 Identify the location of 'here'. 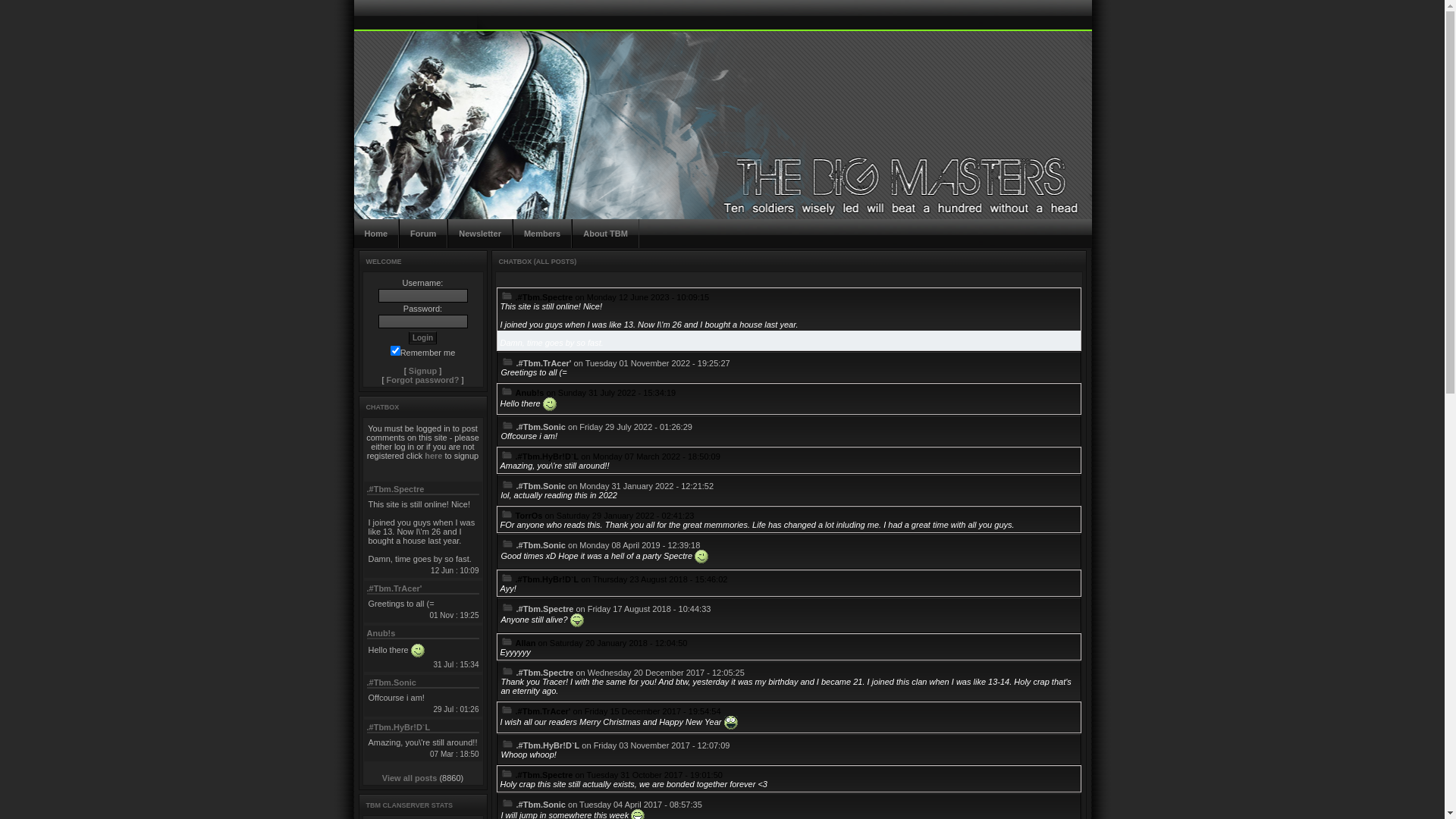
(432, 455).